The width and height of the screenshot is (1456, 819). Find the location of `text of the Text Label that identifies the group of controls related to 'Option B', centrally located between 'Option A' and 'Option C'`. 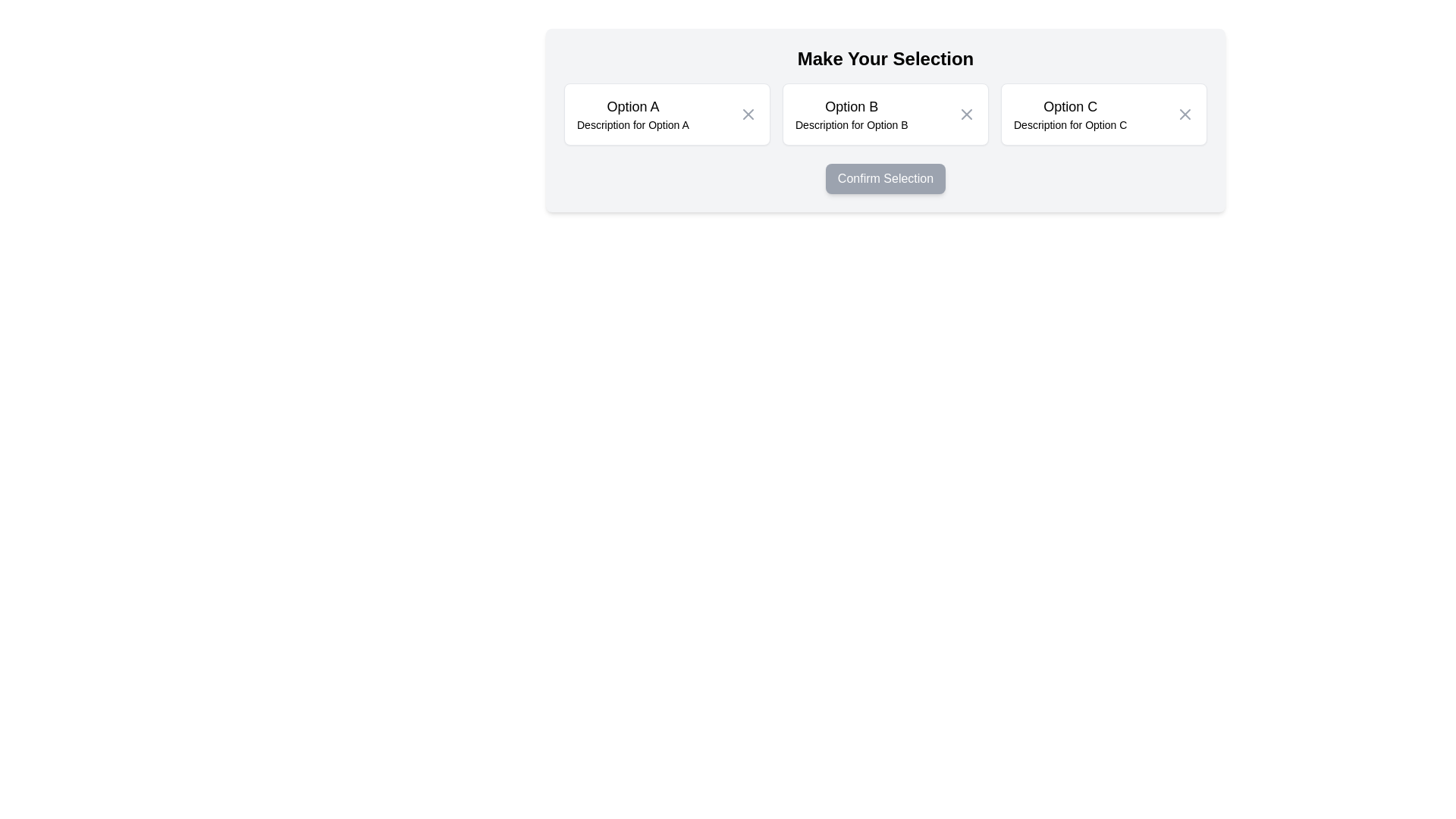

text of the Text Label that identifies the group of controls related to 'Option B', centrally located between 'Option A' and 'Option C' is located at coordinates (852, 106).